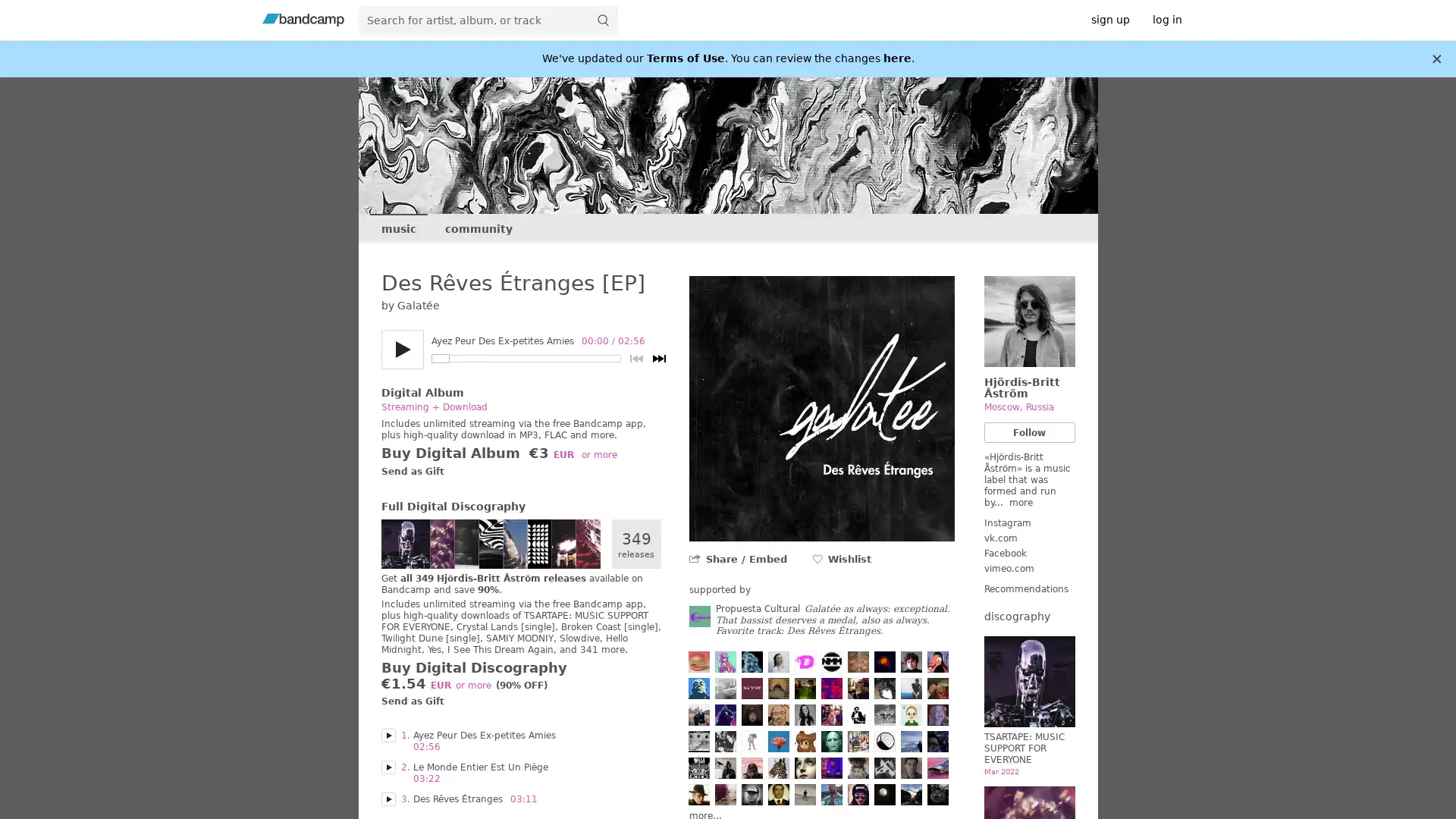 The height and width of the screenshot is (819, 1456). What do you see at coordinates (388, 766) in the screenshot?
I see `Play Le Monde Entier Est Un Piege` at bounding box center [388, 766].